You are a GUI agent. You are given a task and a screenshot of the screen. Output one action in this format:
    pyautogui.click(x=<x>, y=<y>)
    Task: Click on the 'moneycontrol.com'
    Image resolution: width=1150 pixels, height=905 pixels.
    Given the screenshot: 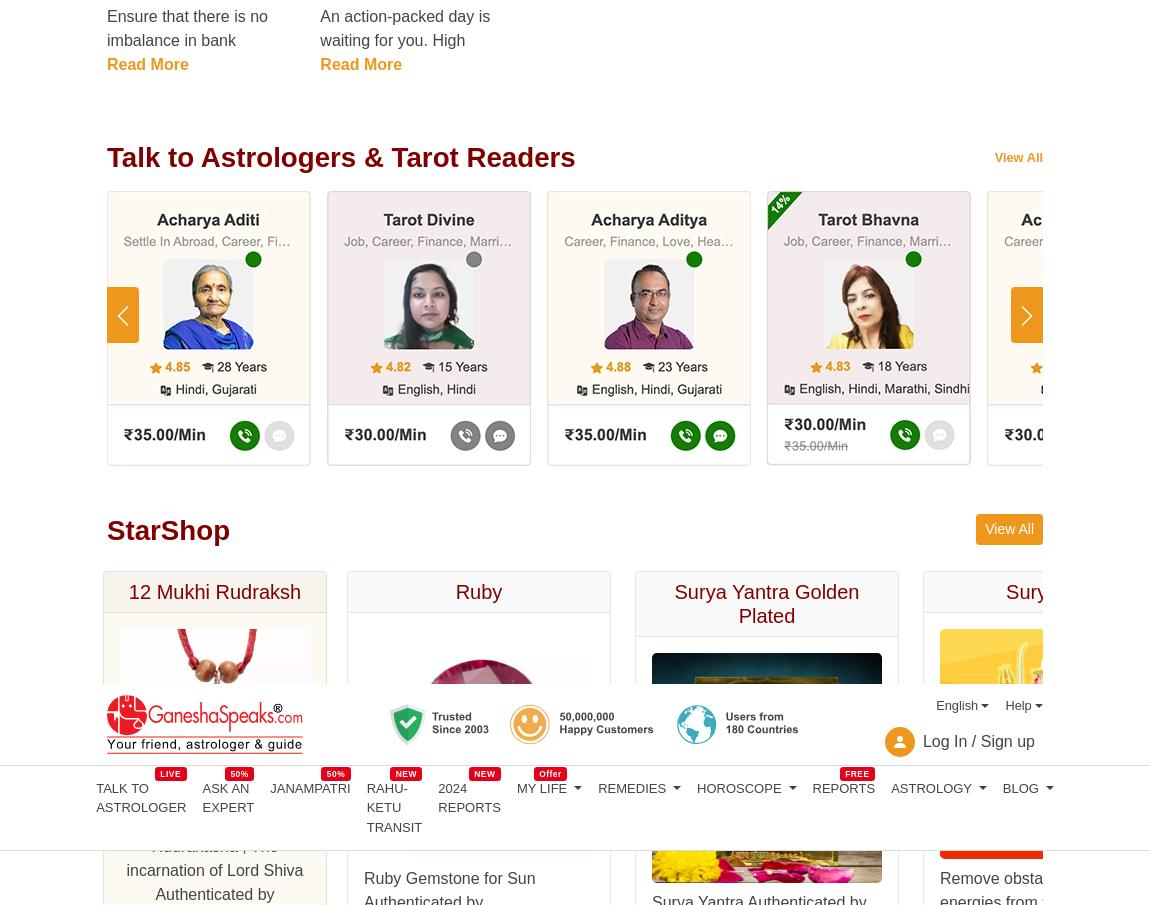 What is the action you would take?
    pyautogui.click(x=804, y=832)
    